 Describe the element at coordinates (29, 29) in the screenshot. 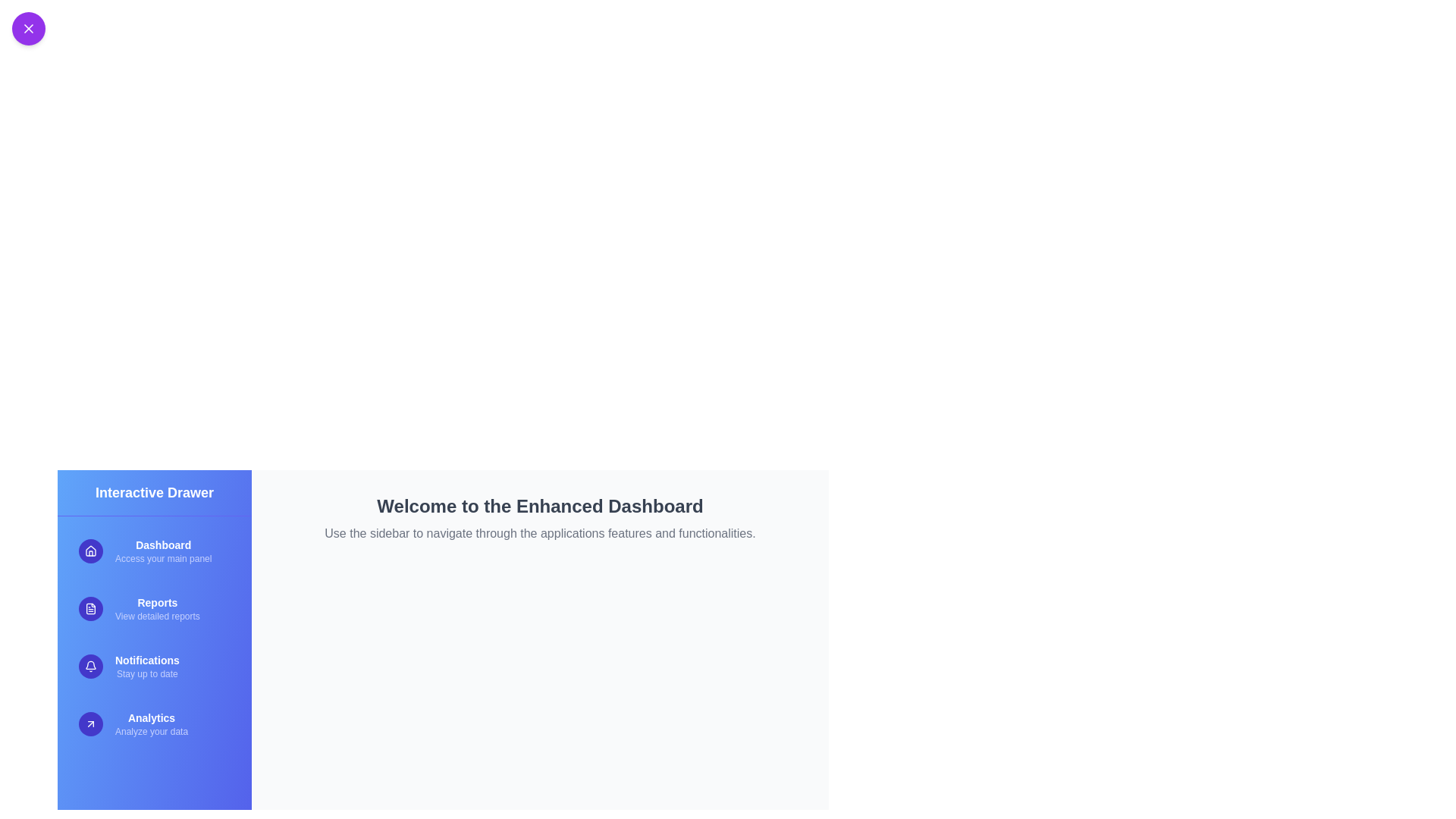

I see `the toggle button at the top-left corner to toggle the sidebar visibility` at that location.